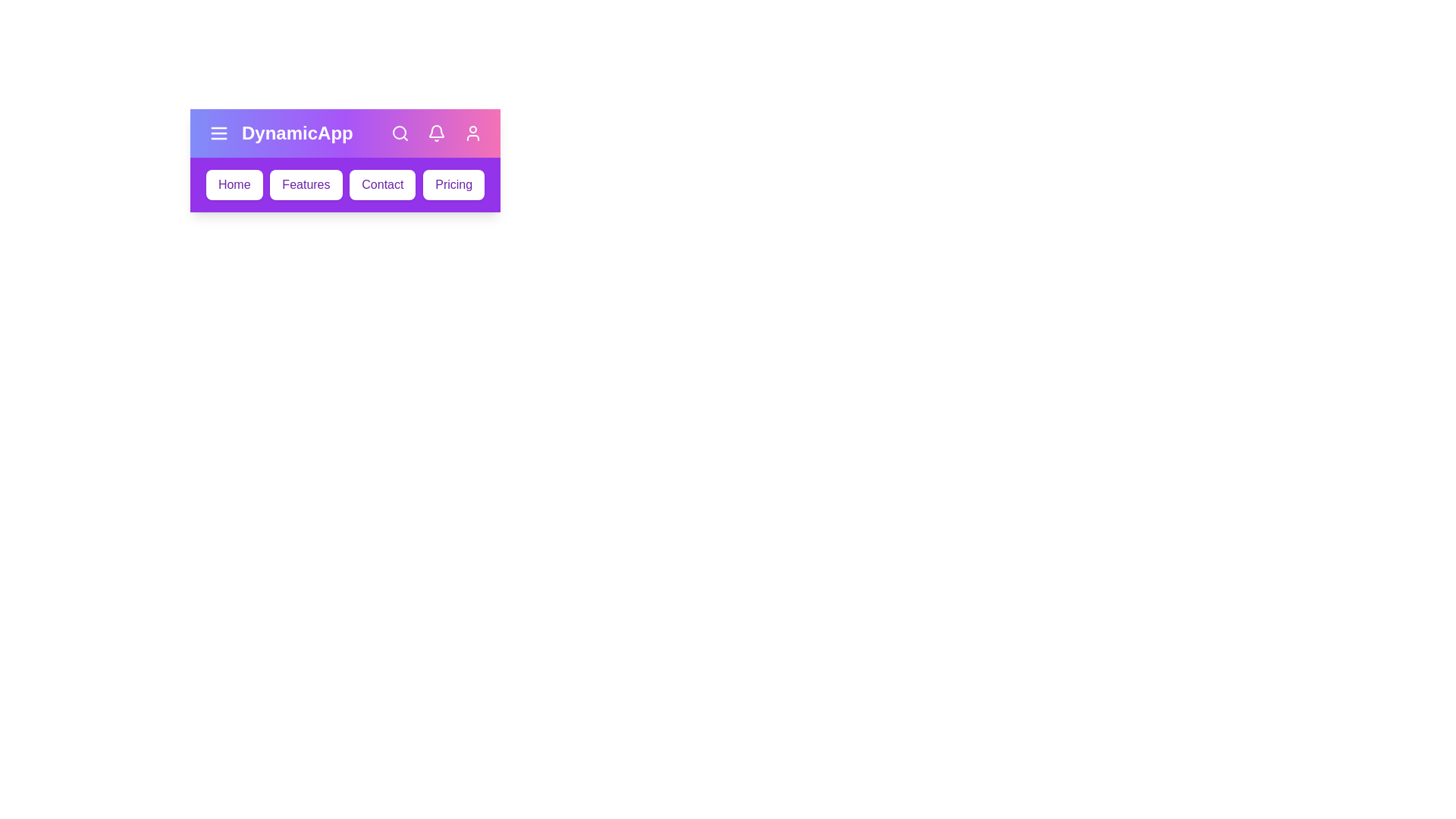  What do you see at coordinates (472, 133) in the screenshot?
I see `the user icon in the app bar to access the user profile` at bounding box center [472, 133].